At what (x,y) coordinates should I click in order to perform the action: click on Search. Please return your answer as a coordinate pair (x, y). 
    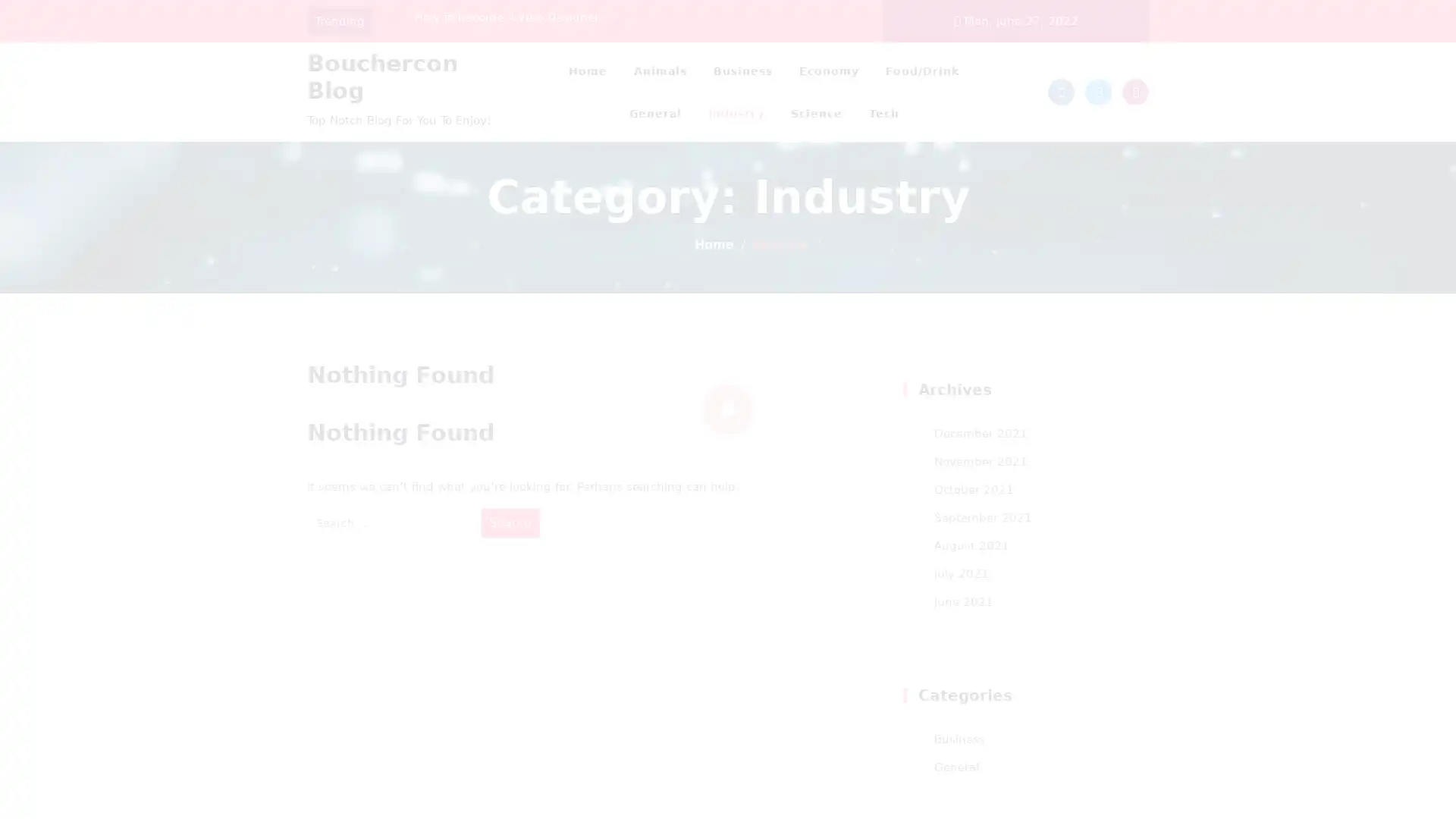
    Looking at the image, I should click on (510, 522).